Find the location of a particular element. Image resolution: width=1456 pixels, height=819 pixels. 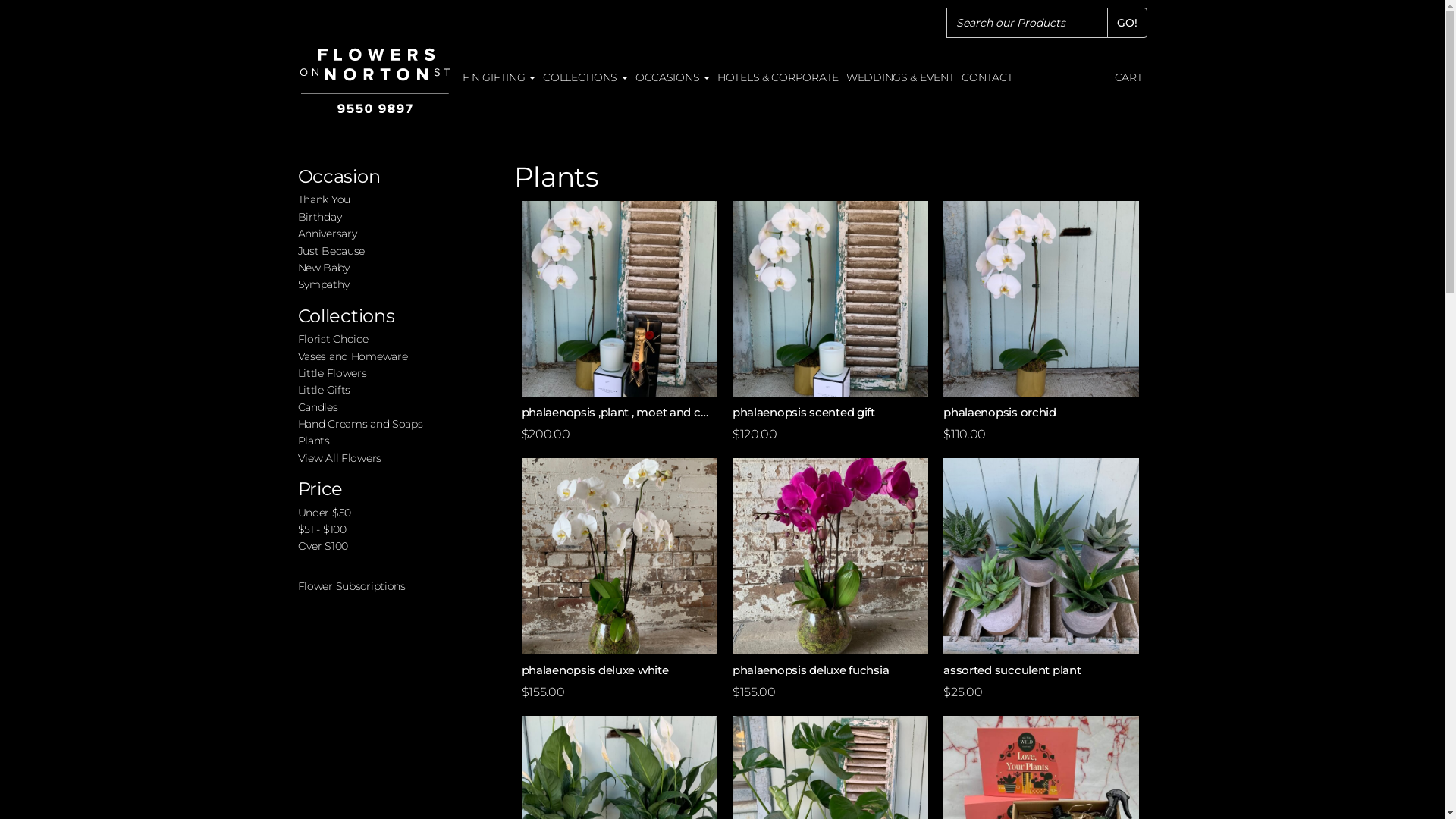

'Flower Subscriptions' is located at coordinates (297, 585).